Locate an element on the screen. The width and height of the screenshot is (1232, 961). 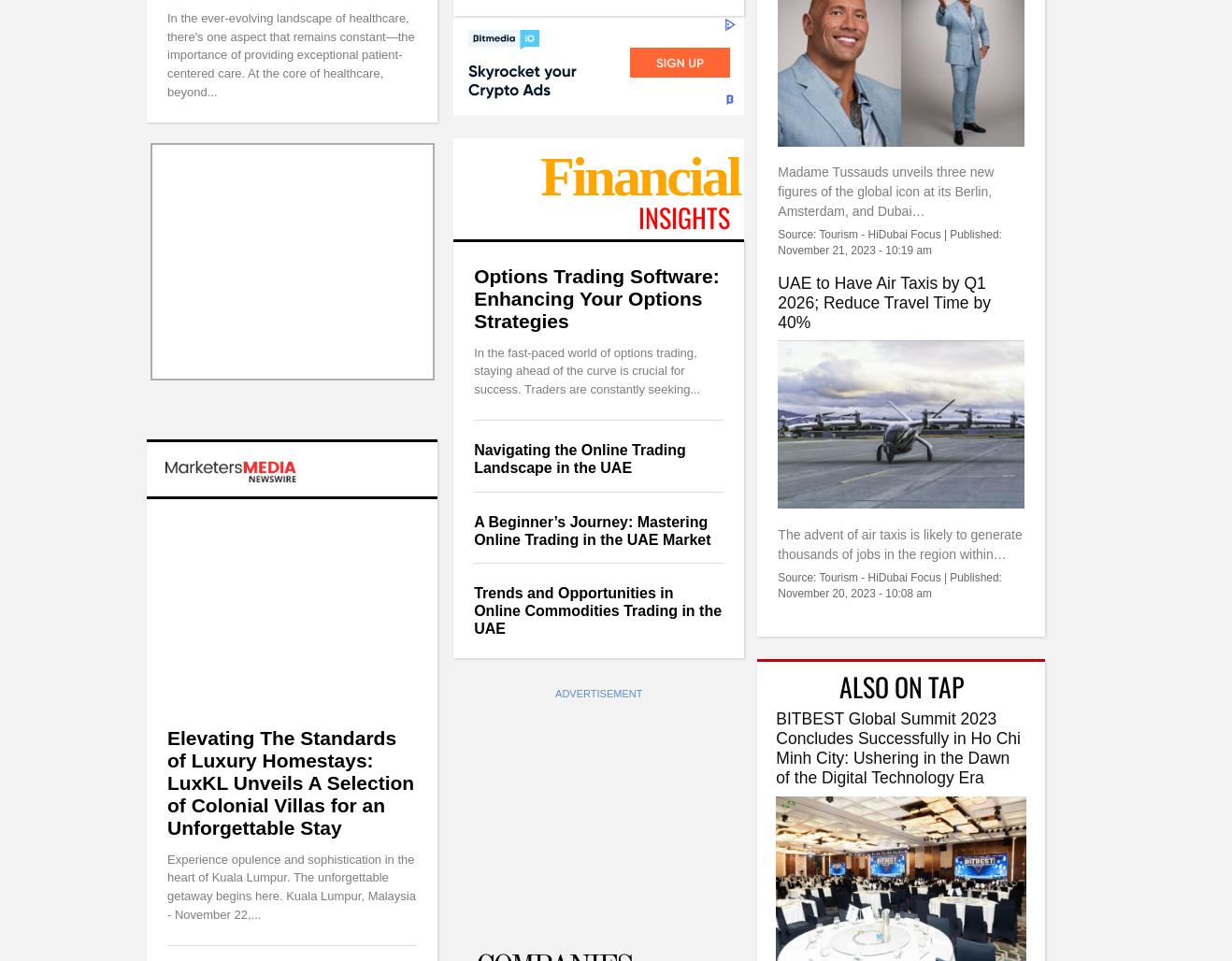
'UAE to Have Air Taxis by Q1 2026; Reduce Travel Time by 40%' is located at coordinates (882, 300).